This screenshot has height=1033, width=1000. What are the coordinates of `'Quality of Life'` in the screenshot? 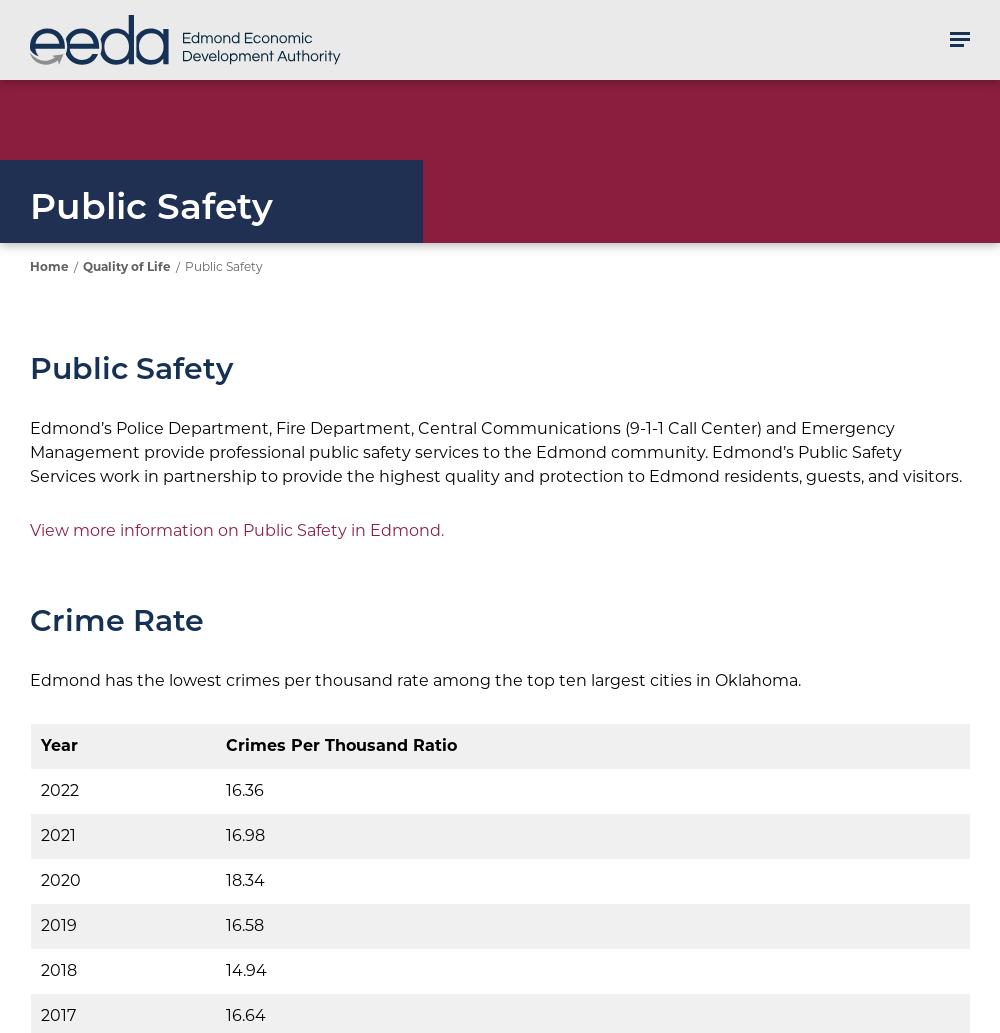 It's located at (127, 265).